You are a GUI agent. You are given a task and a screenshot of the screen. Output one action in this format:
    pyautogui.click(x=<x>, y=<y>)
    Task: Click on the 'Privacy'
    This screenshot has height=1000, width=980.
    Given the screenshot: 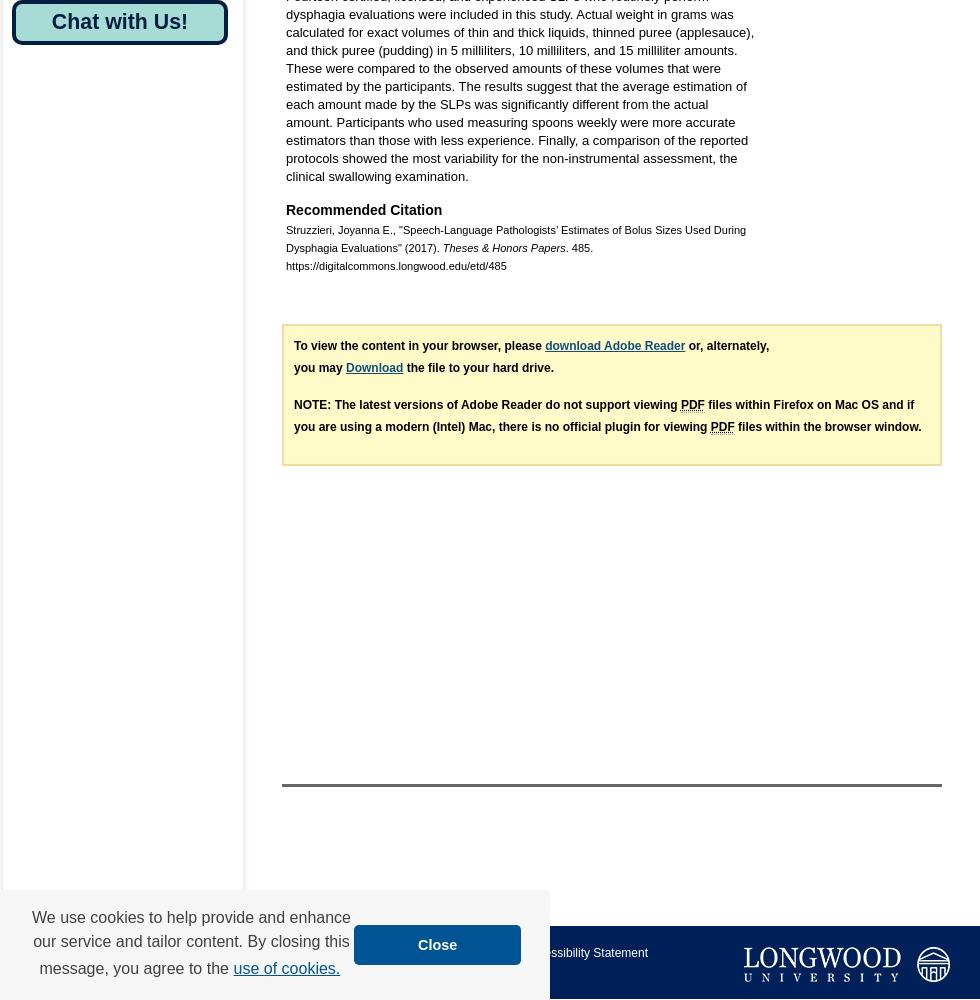 What is the action you would take?
    pyautogui.click(x=288, y=971)
    